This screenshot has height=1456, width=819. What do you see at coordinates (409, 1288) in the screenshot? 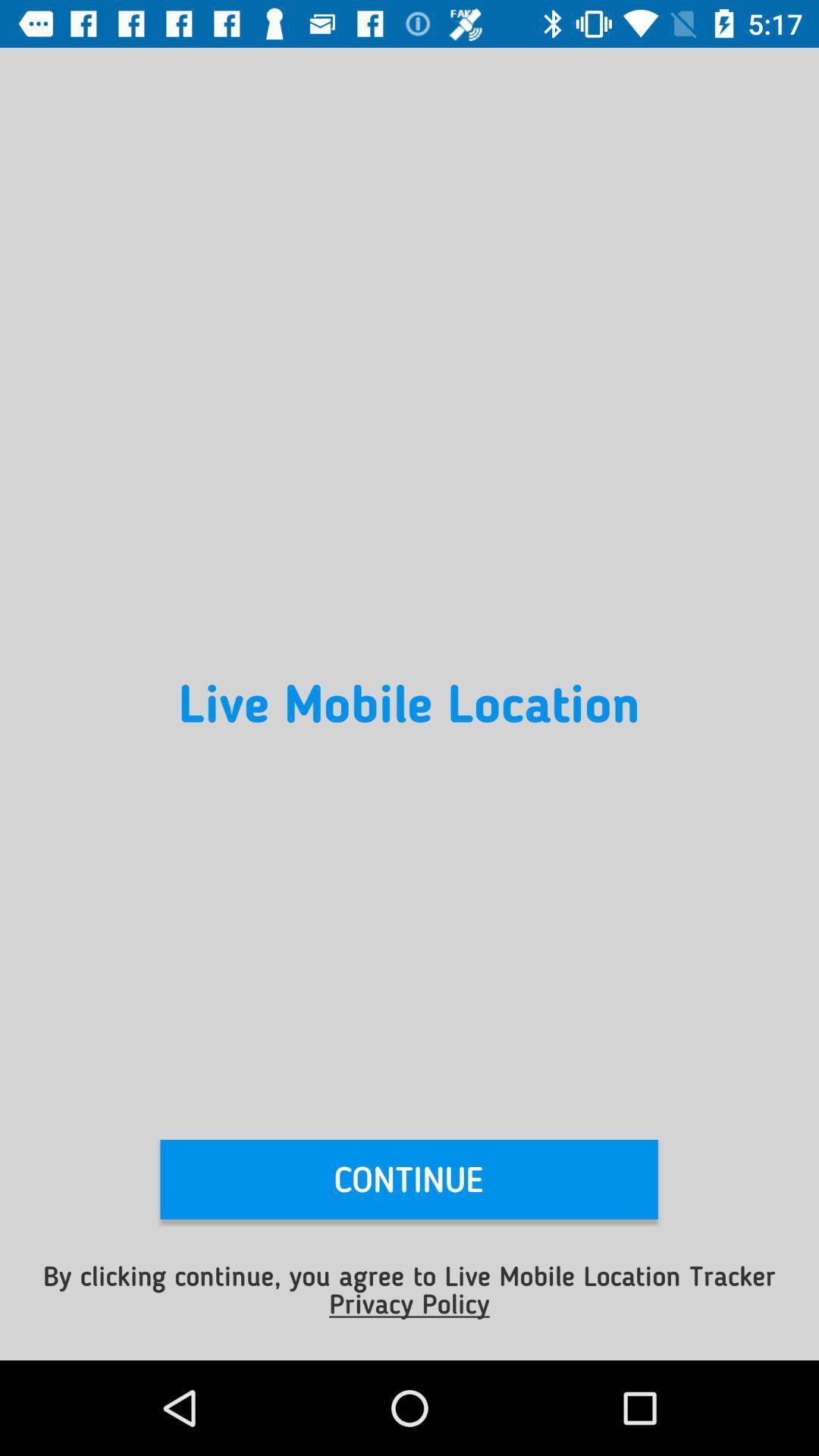
I see `by clicking continue` at bounding box center [409, 1288].